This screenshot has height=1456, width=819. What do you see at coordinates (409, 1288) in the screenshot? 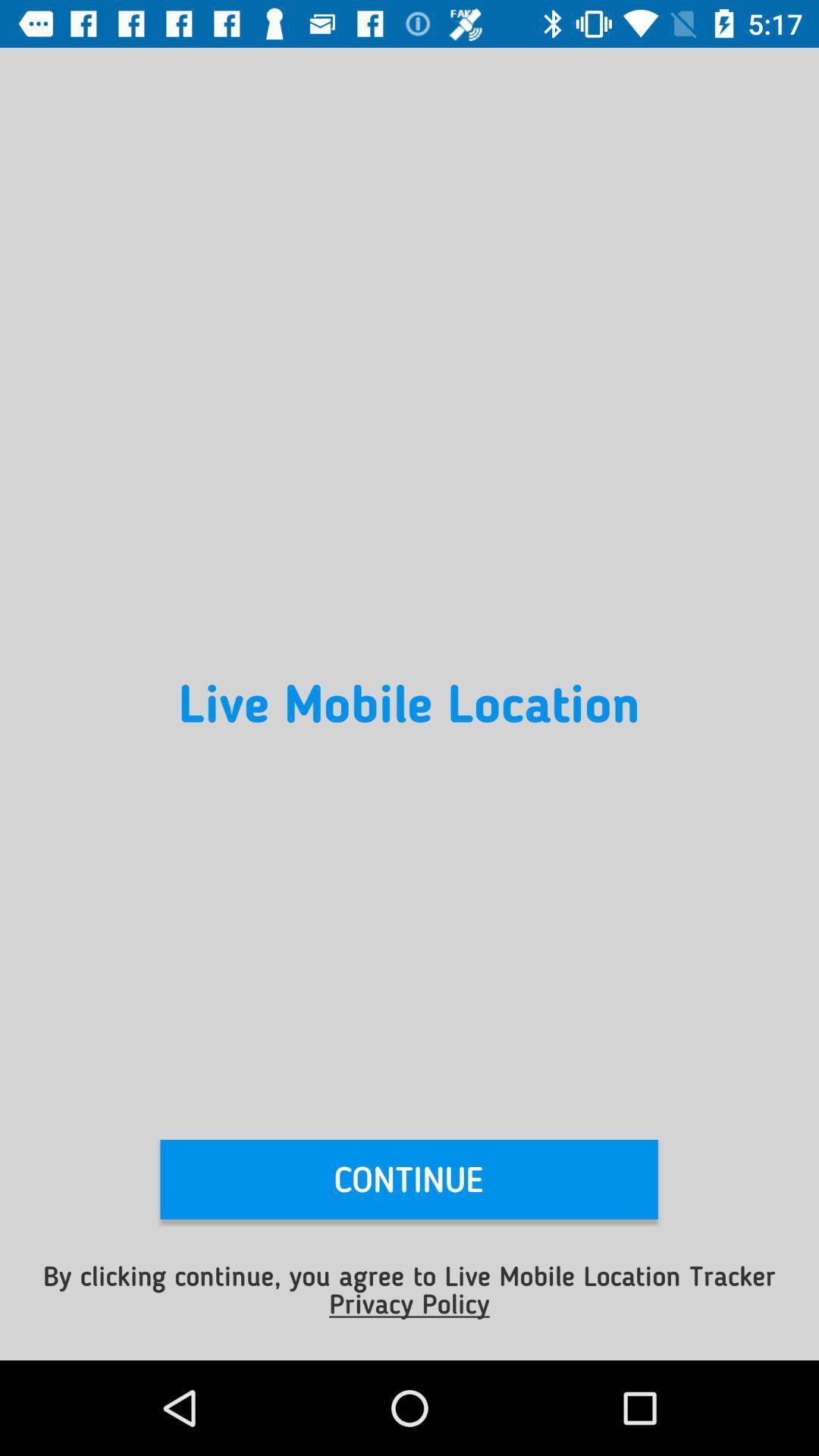
I see `by clicking continue` at bounding box center [409, 1288].